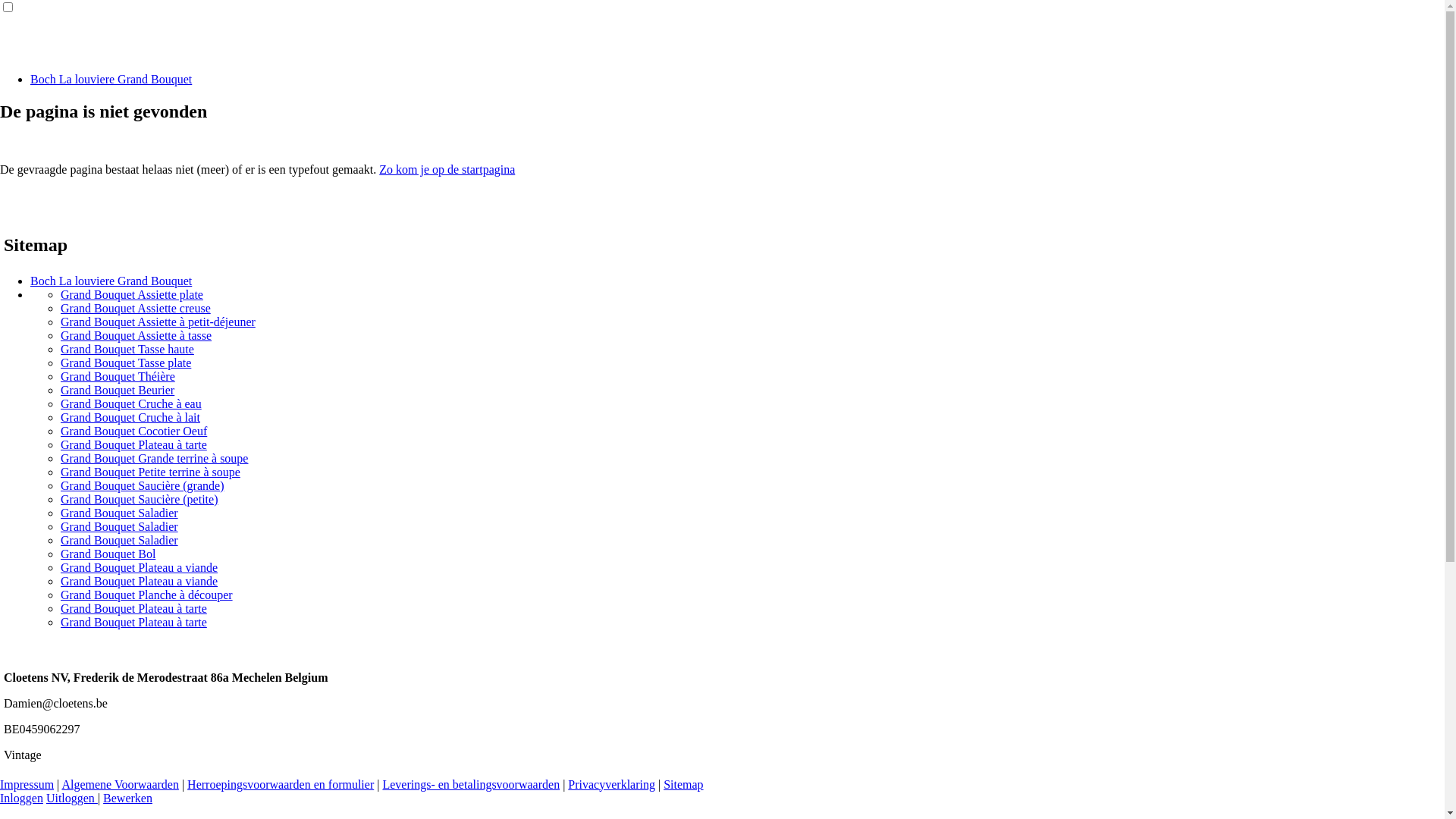 This screenshot has height=819, width=1456. What do you see at coordinates (61, 580) in the screenshot?
I see `'Grand Bouquet Plateau a viande'` at bounding box center [61, 580].